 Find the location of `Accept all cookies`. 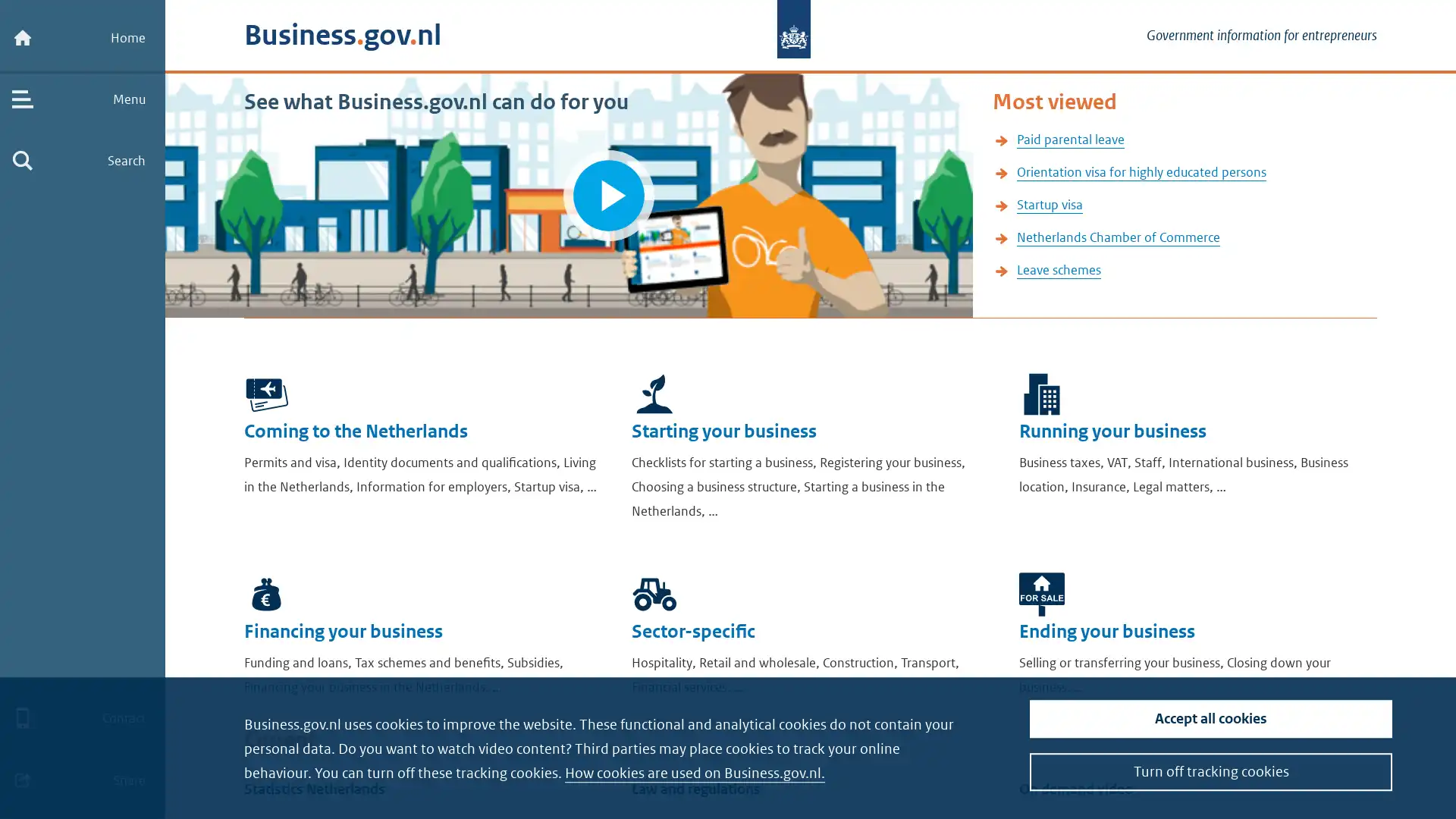

Accept all cookies is located at coordinates (1210, 716).